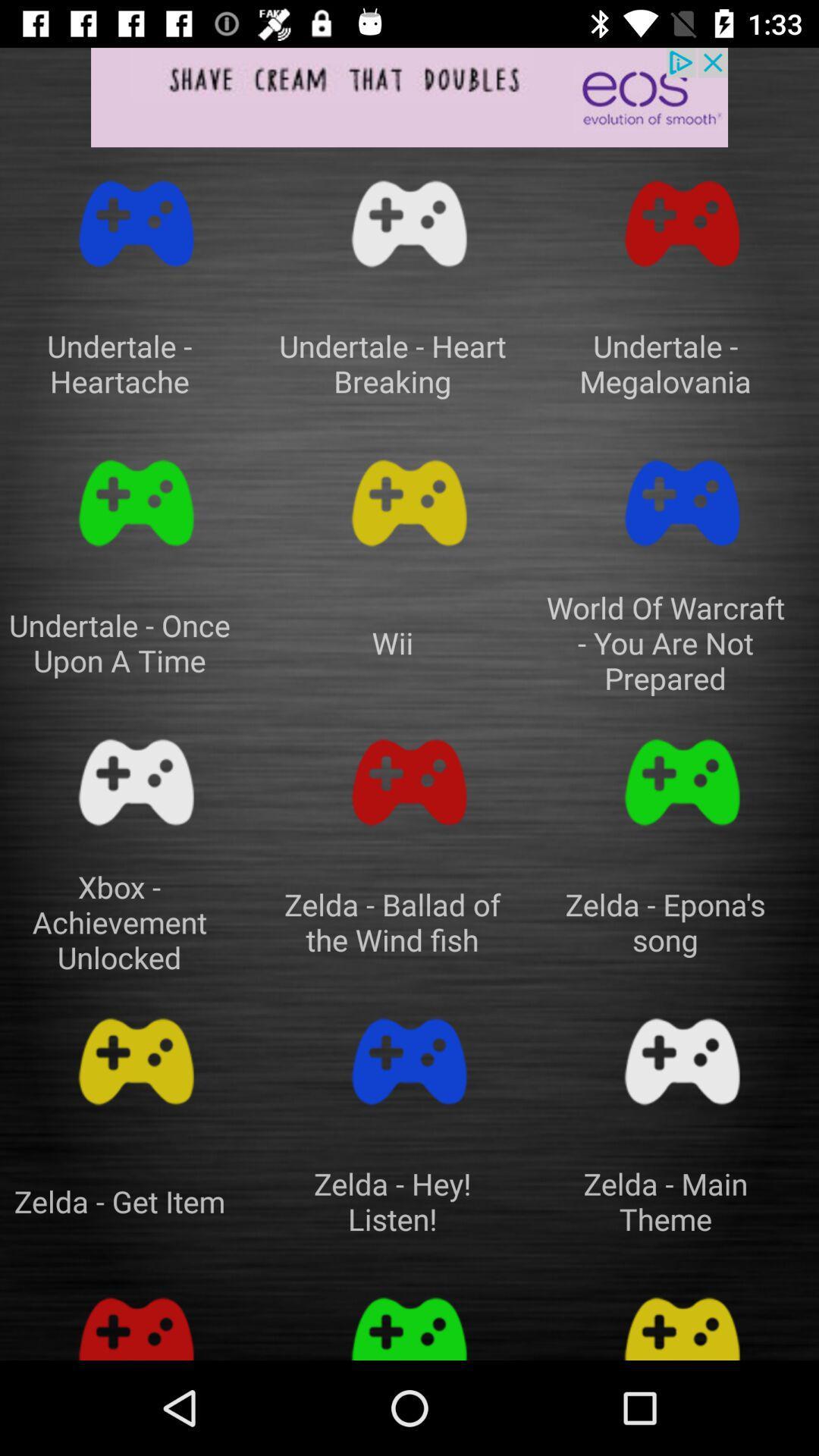 The image size is (819, 1456). What do you see at coordinates (409, 1319) in the screenshot?
I see `open theme` at bounding box center [409, 1319].